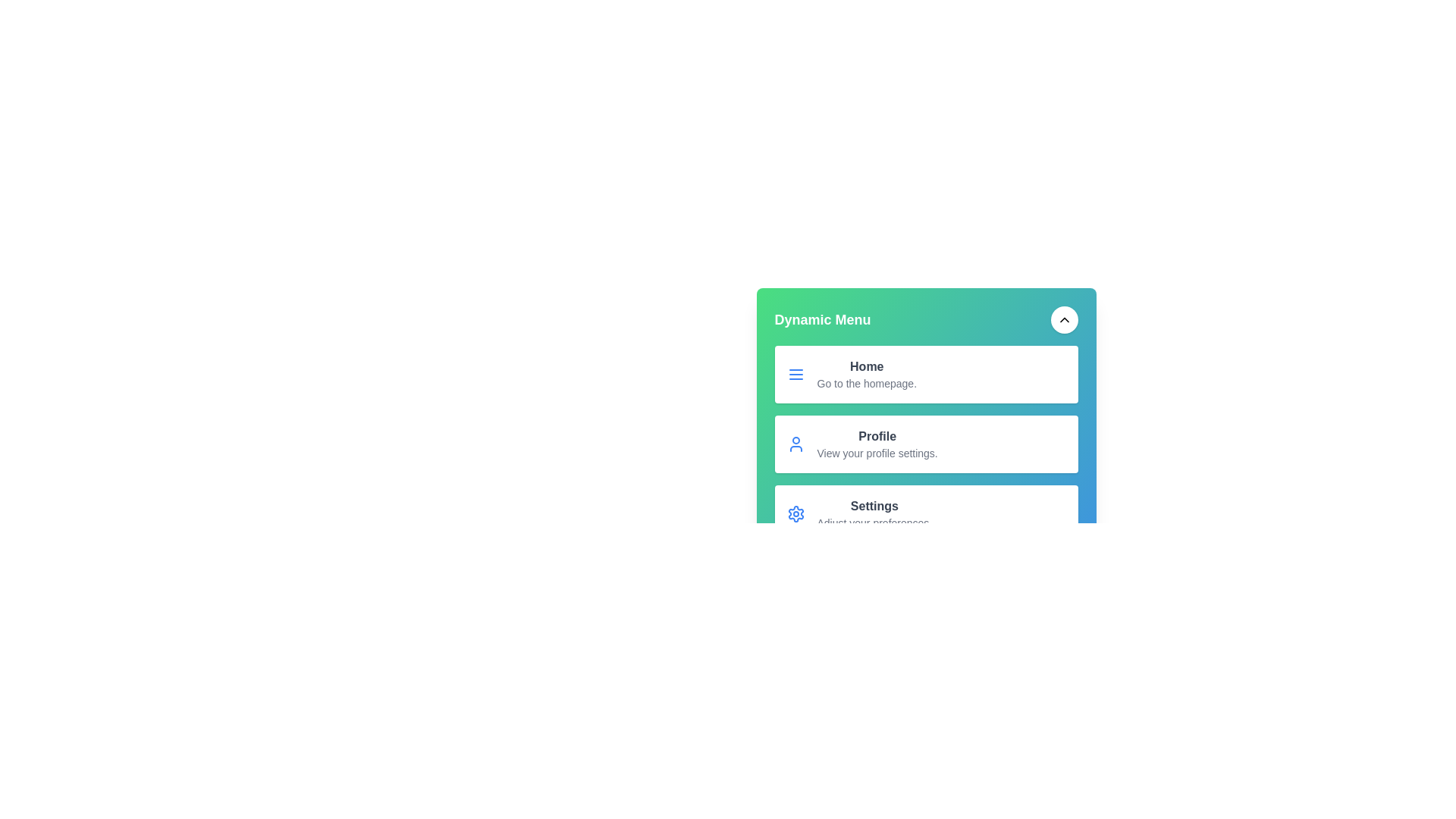  Describe the element at coordinates (867, 374) in the screenshot. I see `the 'Home' text label, which is bold and larger, located at the top of a white background card, beneath the 'Dynamic Menu' header` at that location.